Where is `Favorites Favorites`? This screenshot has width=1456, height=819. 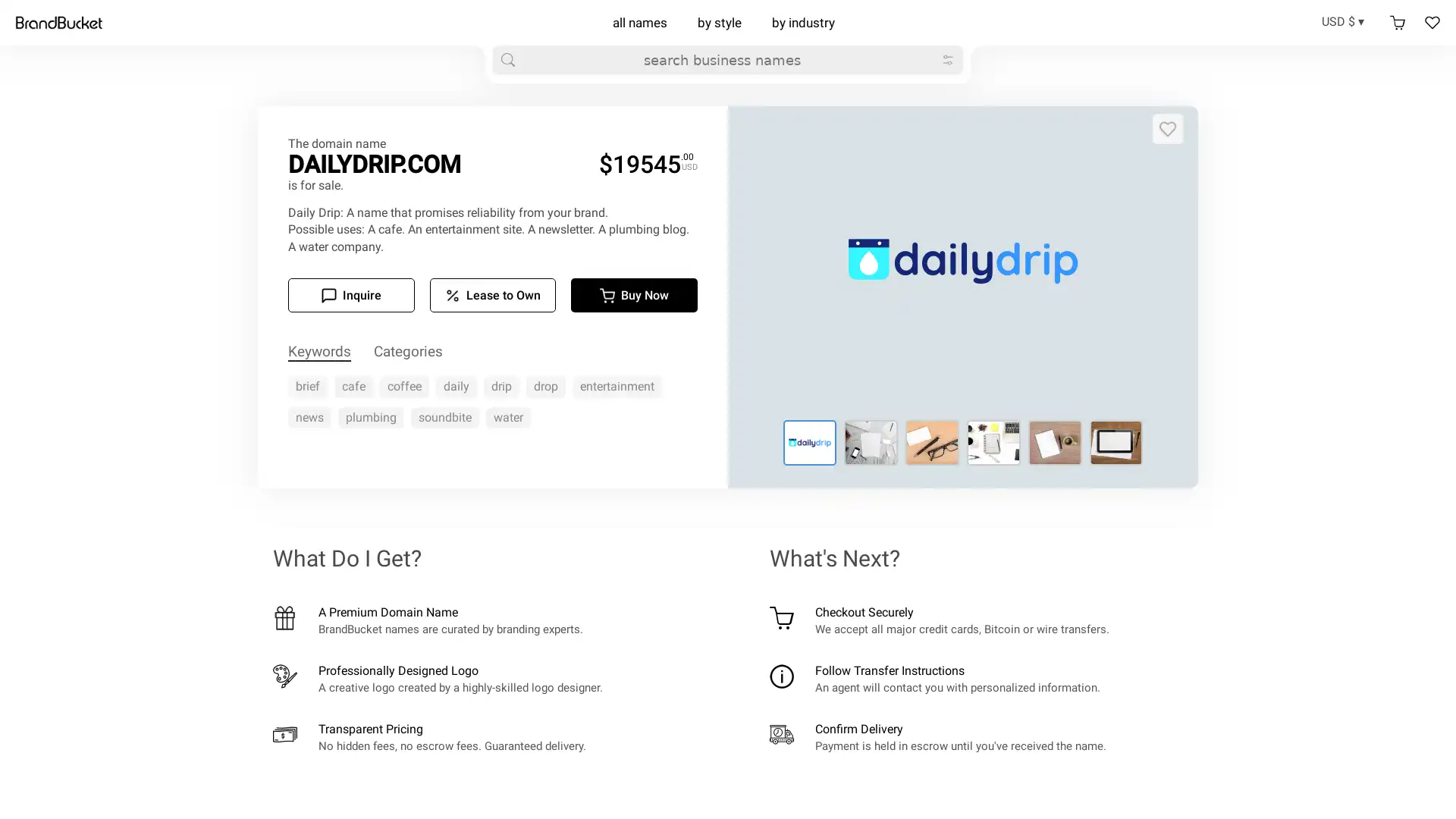
Favorites Favorites is located at coordinates (1432, 23).